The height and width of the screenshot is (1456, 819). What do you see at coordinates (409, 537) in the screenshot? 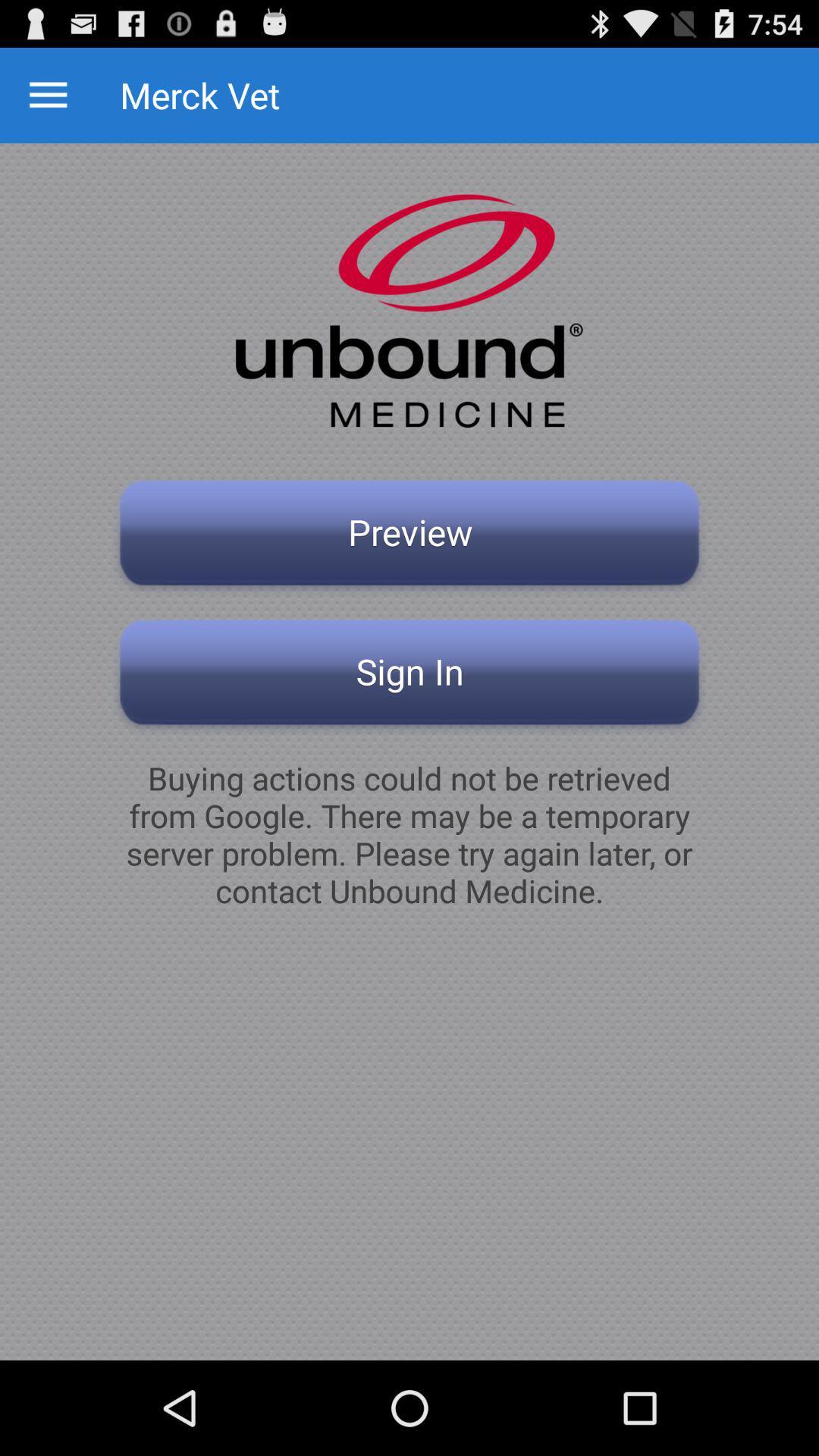
I see `the preview button` at bounding box center [409, 537].